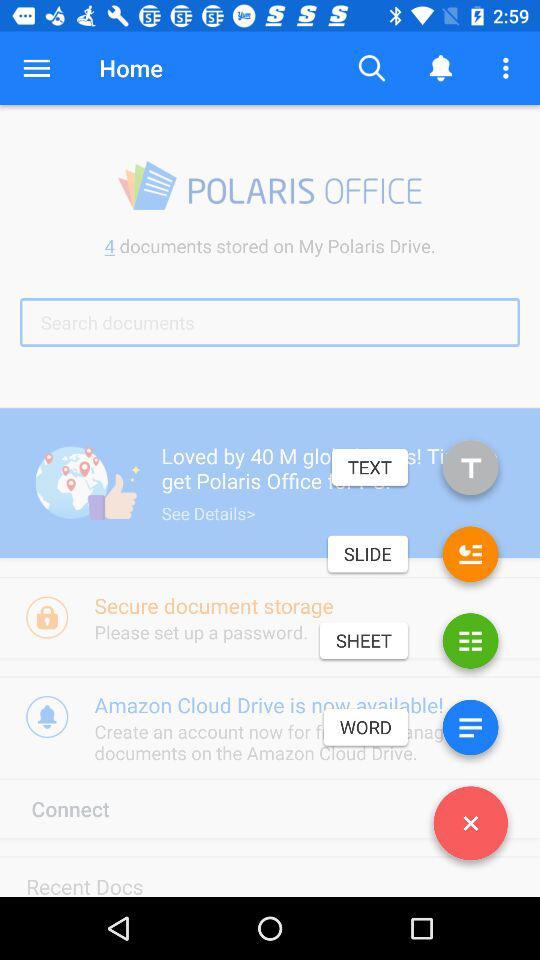  I want to click on open slideshow, so click(470, 558).